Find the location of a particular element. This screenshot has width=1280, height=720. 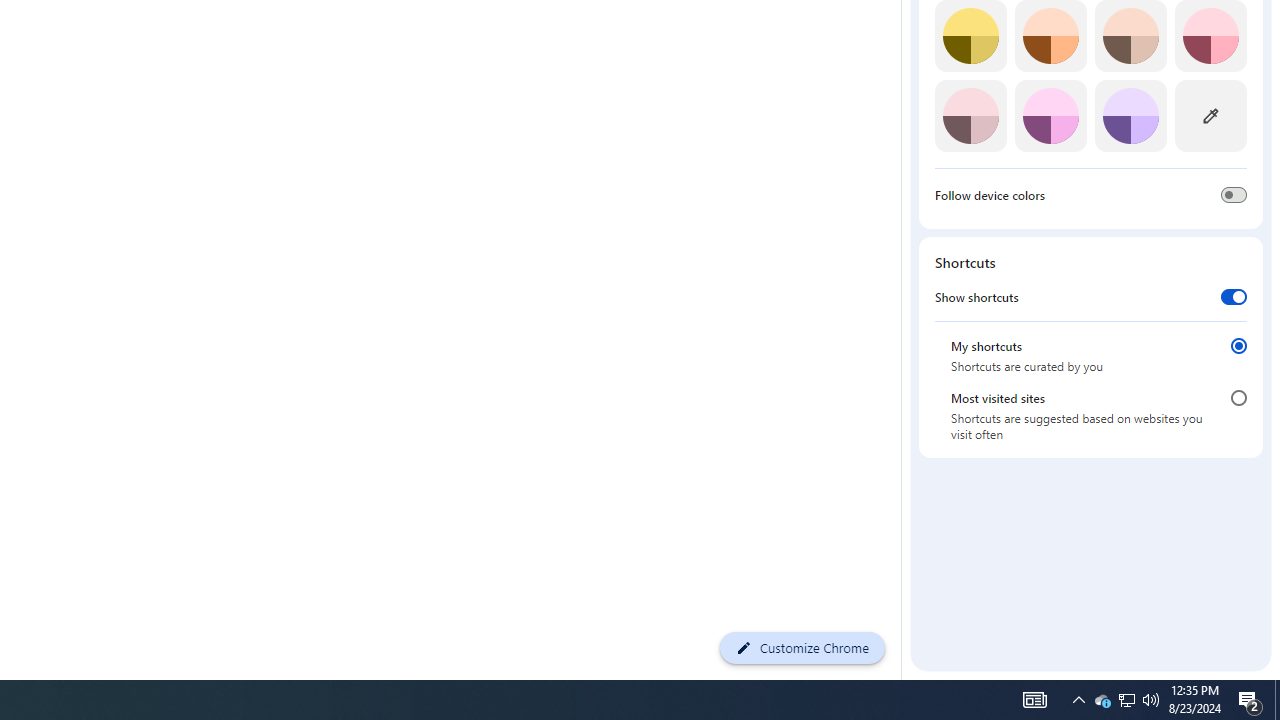

'Rose' is located at coordinates (1209, 36).